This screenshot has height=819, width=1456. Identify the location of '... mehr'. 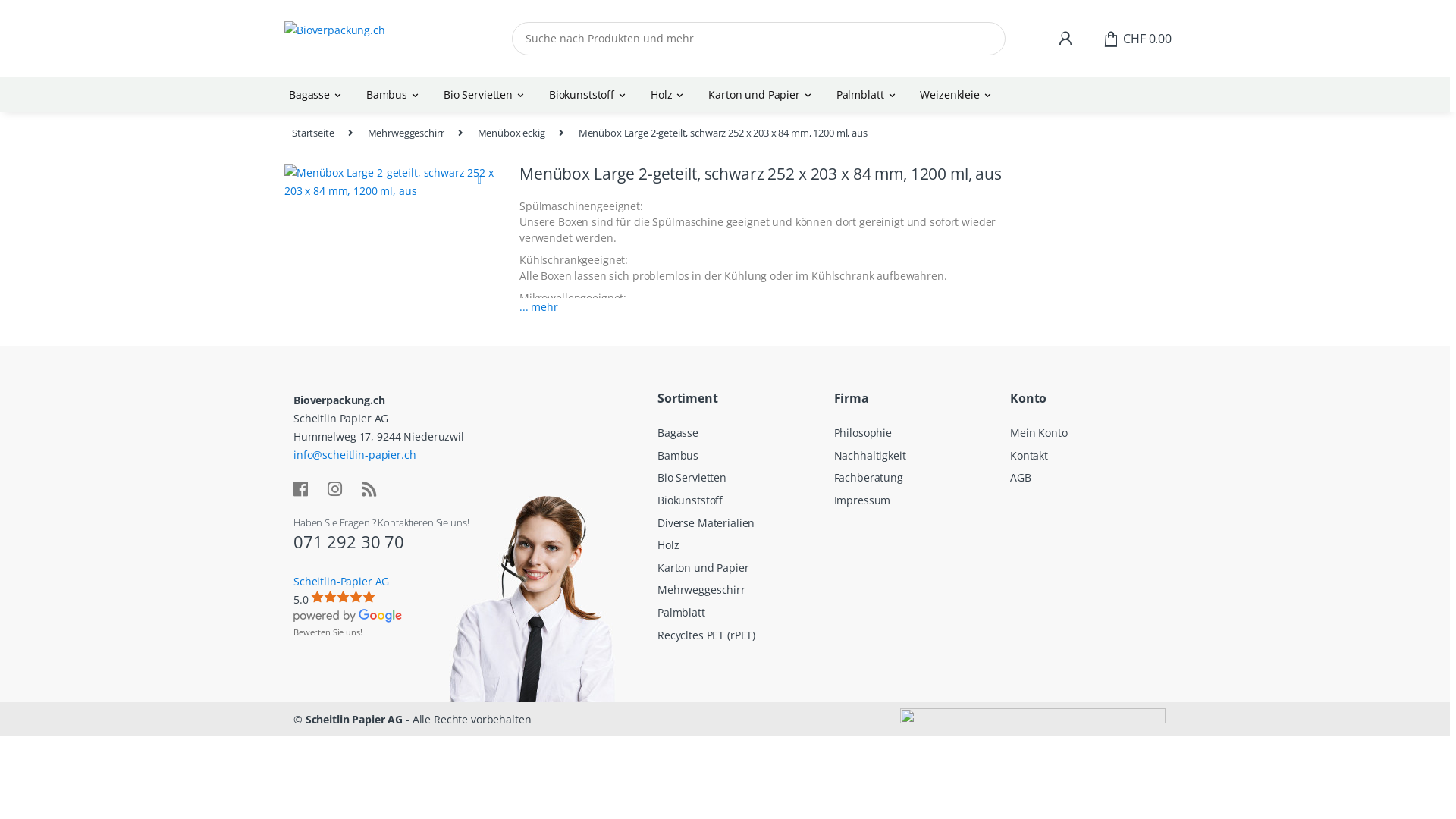
(538, 313).